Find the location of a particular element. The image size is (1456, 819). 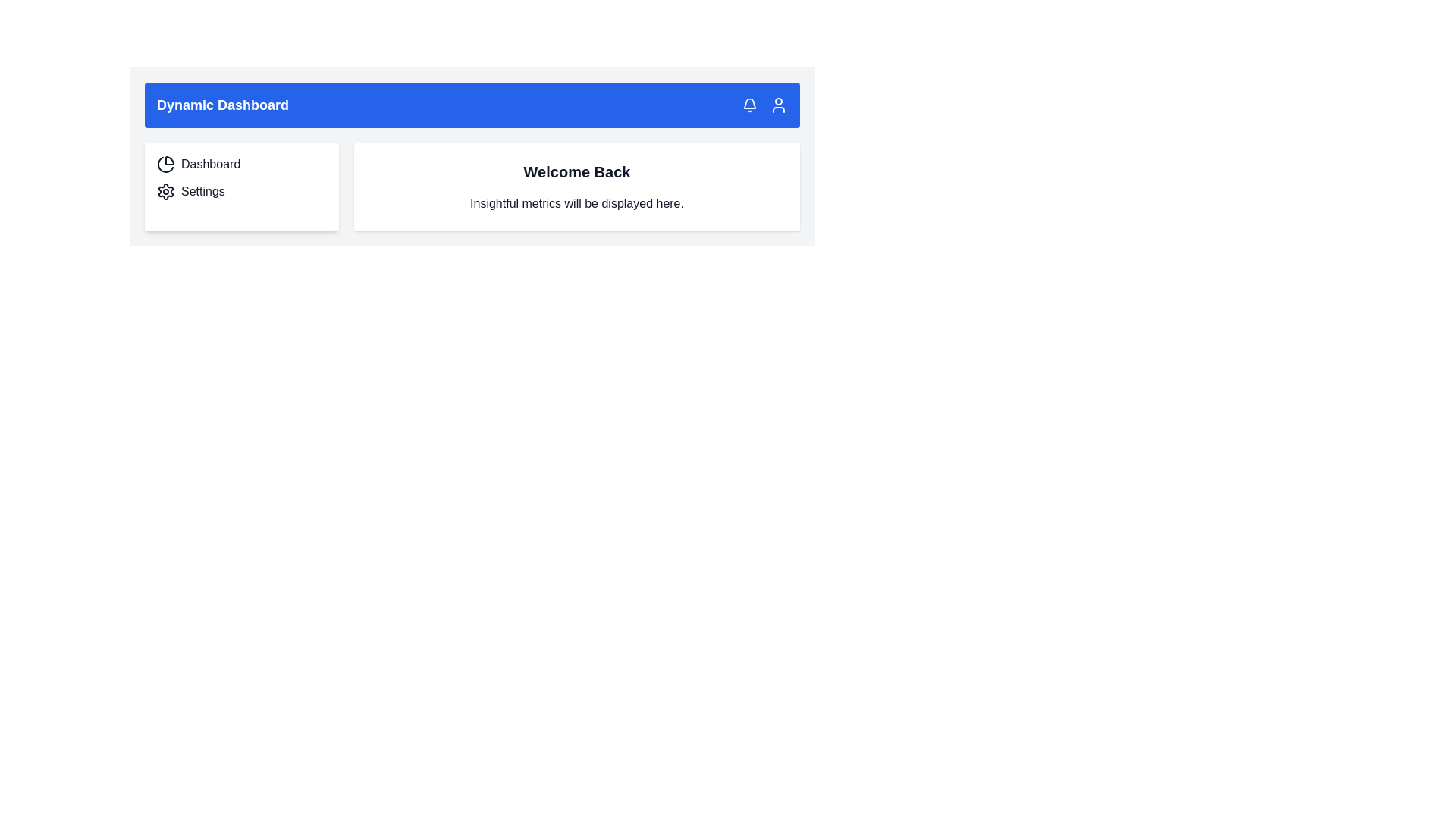

the user avatar icon button, which is a circular shape with a head and shoulders silhouette, positioned at the top-right corner of the navigation bar is located at coordinates (779, 104).